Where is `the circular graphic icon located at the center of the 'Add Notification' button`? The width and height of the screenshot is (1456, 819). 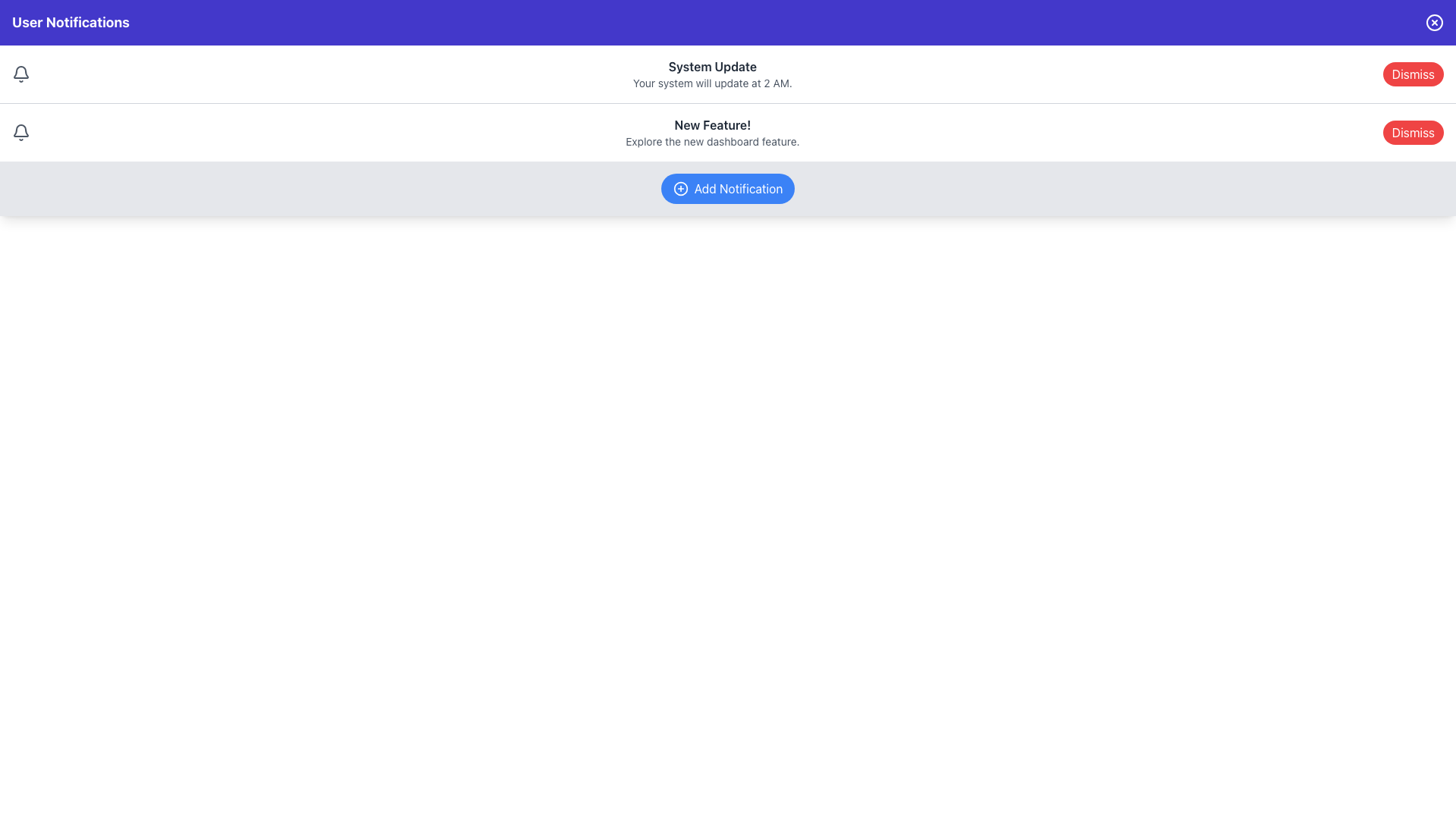 the circular graphic icon located at the center of the 'Add Notification' button is located at coordinates (679, 188).